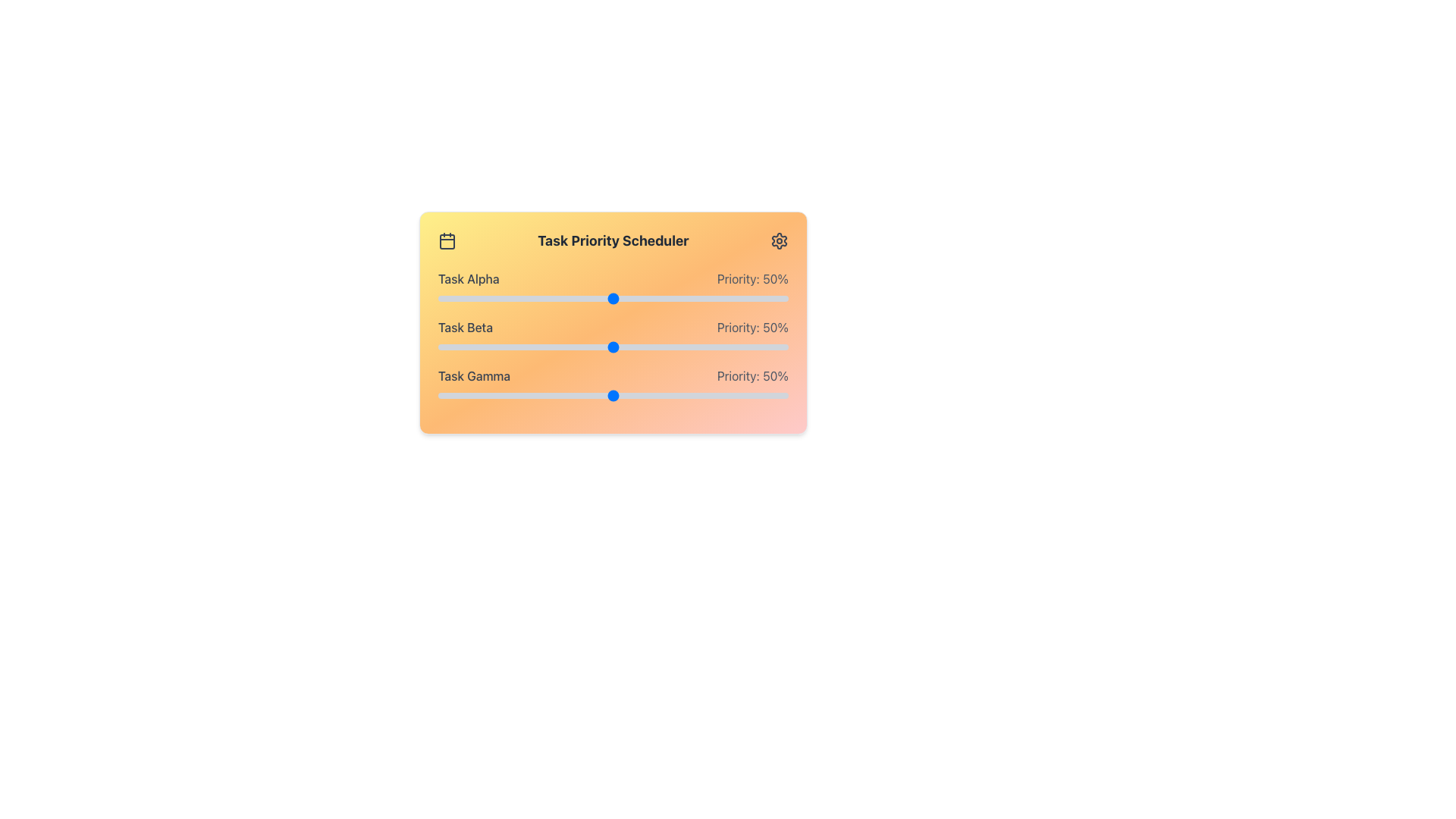 Image resolution: width=1456 pixels, height=819 pixels. I want to click on the priority of Task Beta, so click(679, 347).